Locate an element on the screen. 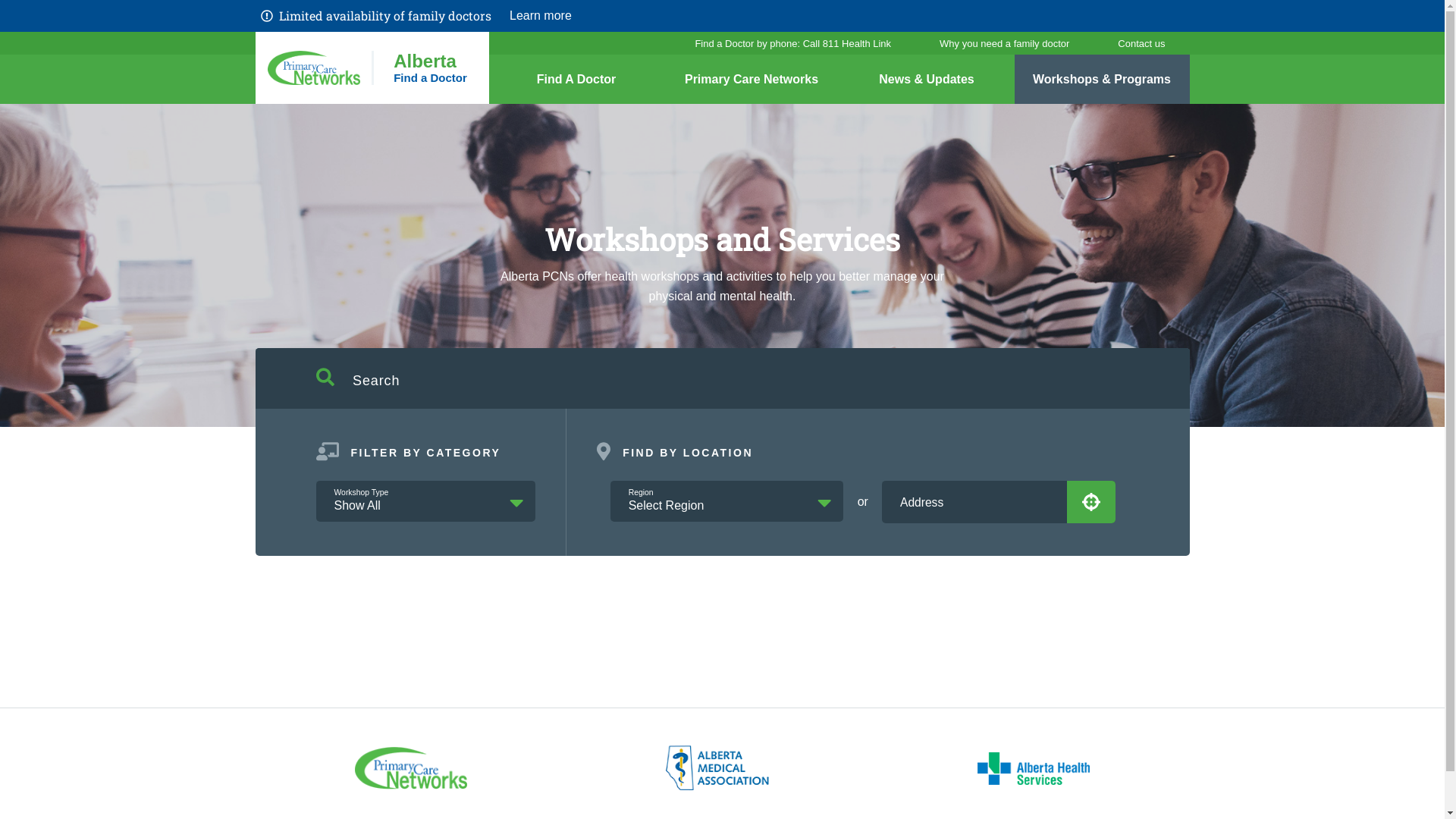 The height and width of the screenshot is (819, 1456). 'Contact us' is located at coordinates (1141, 42).